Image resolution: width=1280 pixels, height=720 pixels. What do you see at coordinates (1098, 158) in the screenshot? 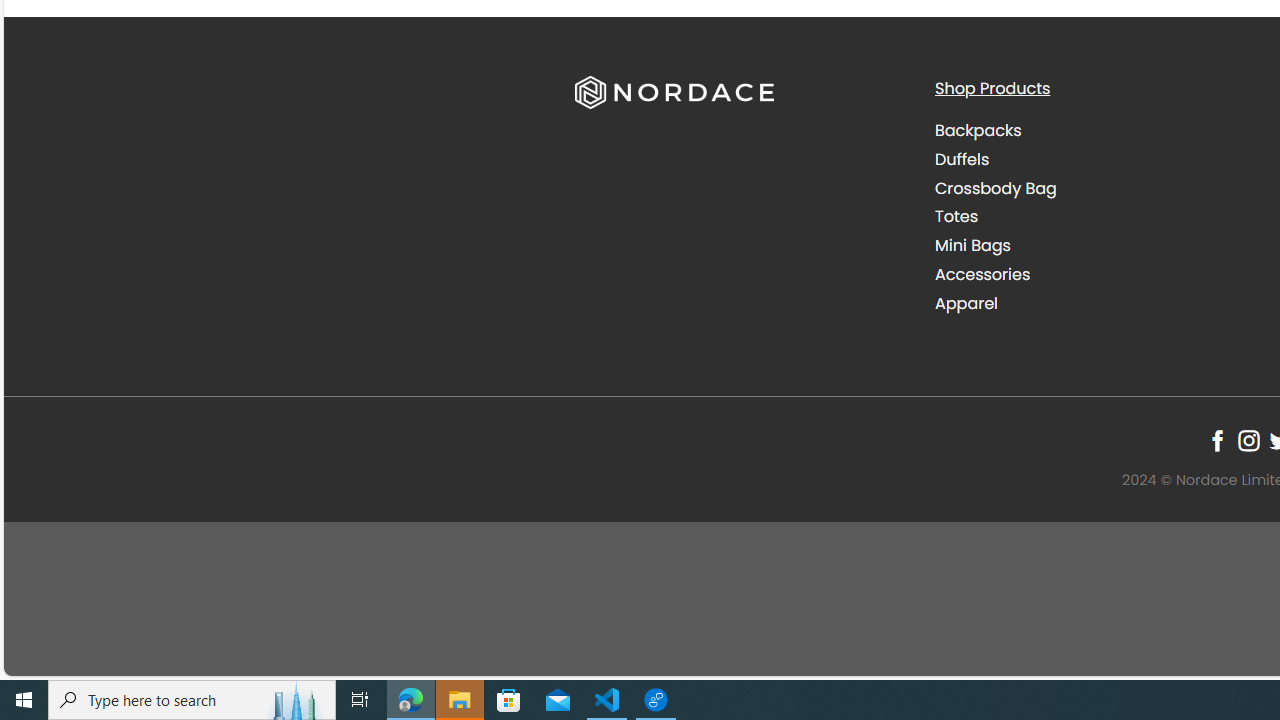
I see `'Duffels'` at bounding box center [1098, 158].